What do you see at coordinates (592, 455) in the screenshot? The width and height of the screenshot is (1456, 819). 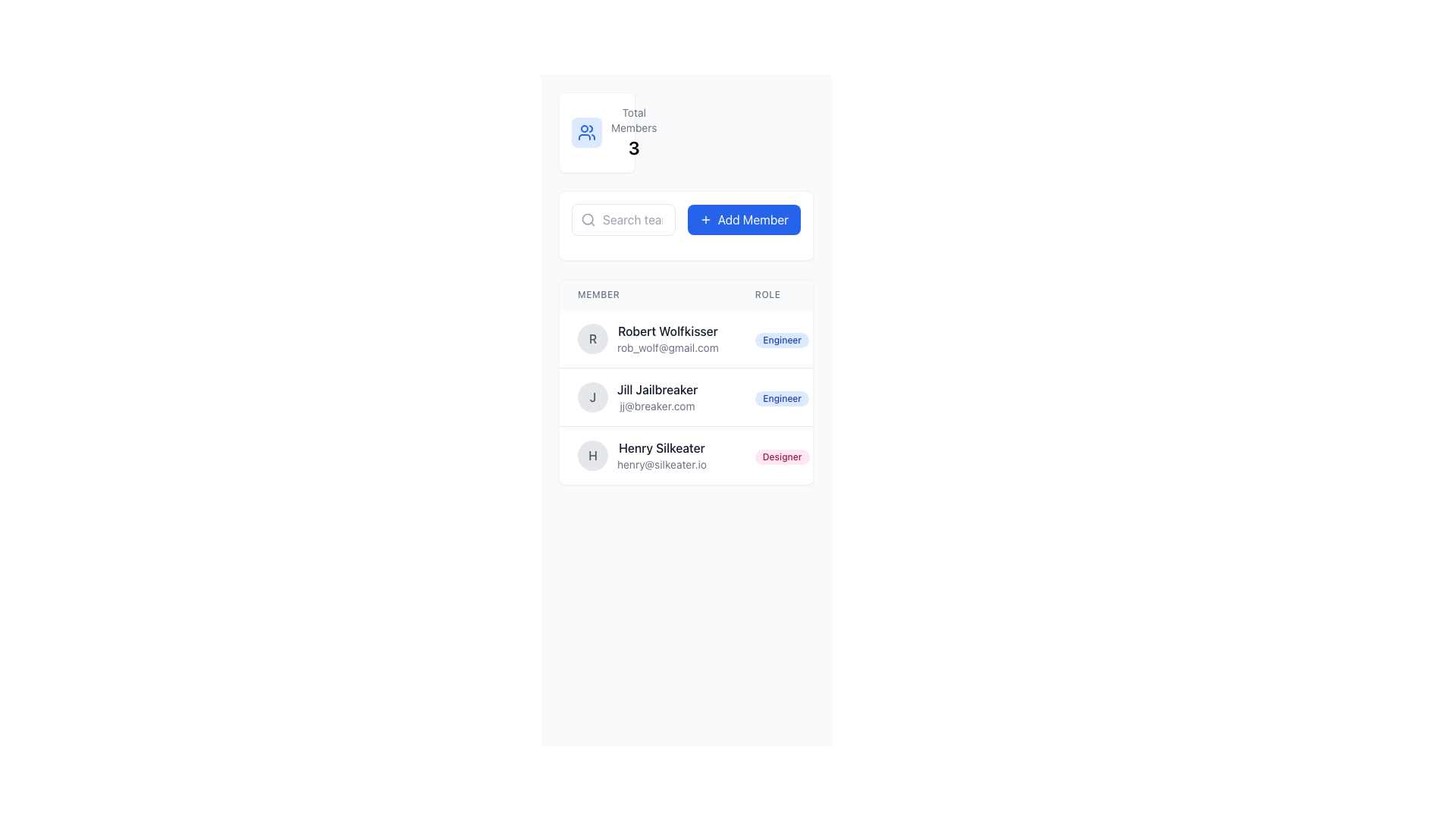 I see `the circular user avatar placeholder with a light gray background and a bold gray letter 'H' centered within it, which is the leftmost component in the row for 'Henry Silkeater'` at bounding box center [592, 455].